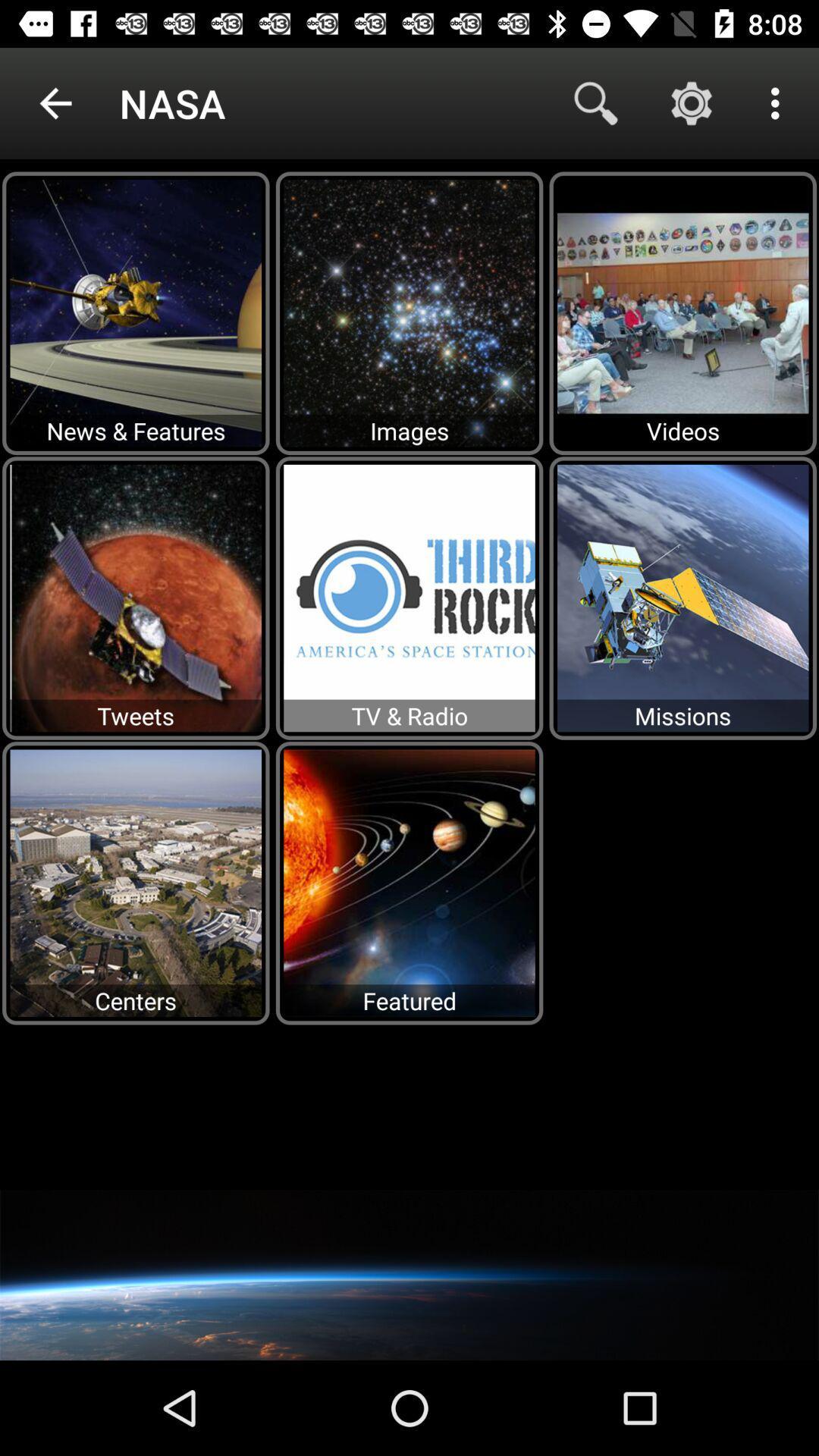 The height and width of the screenshot is (1456, 819). Describe the element at coordinates (595, 102) in the screenshot. I see `item next to nasa icon` at that location.